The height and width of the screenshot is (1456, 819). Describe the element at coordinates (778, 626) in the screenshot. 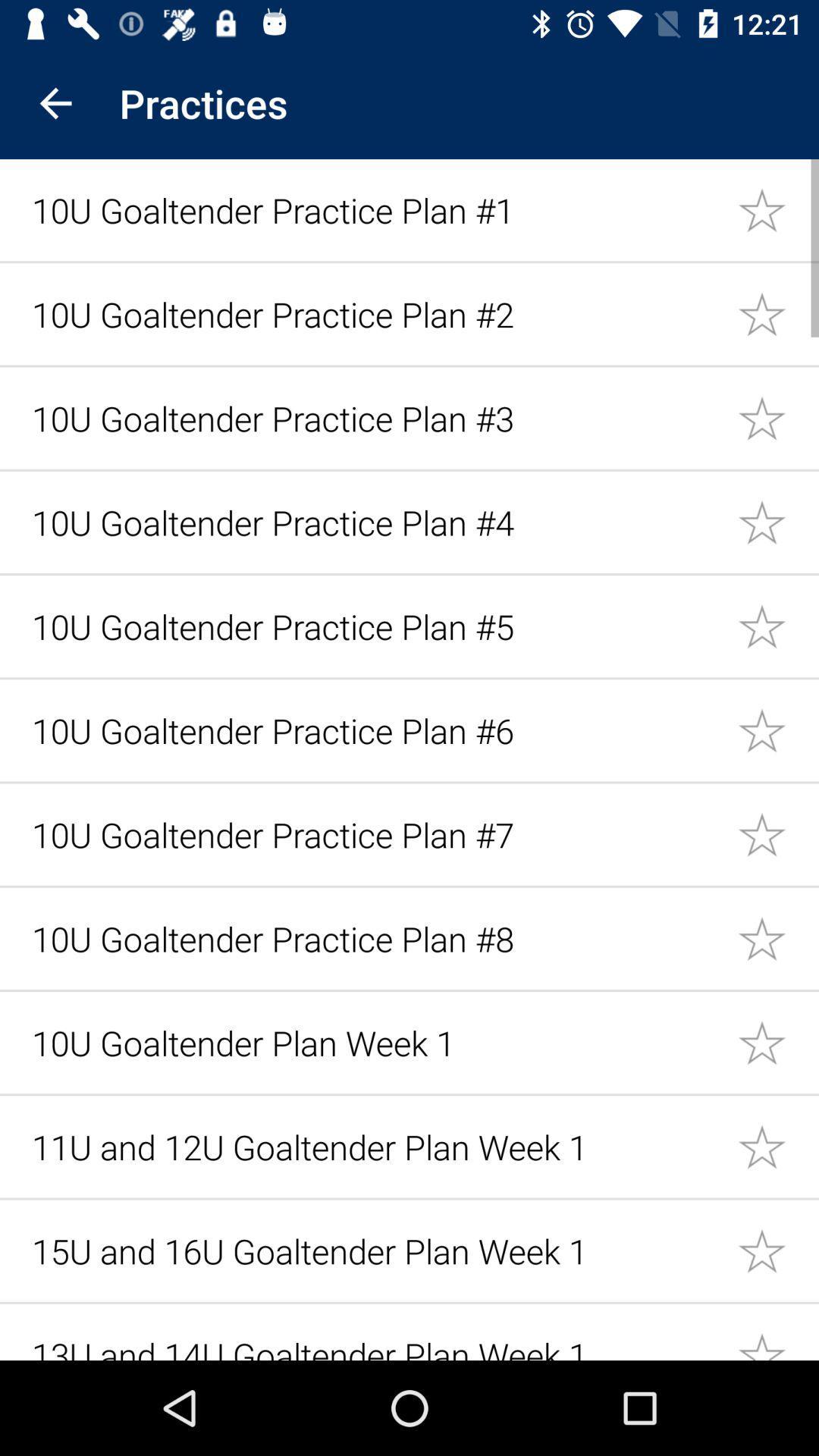

I see `favorite` at that location.